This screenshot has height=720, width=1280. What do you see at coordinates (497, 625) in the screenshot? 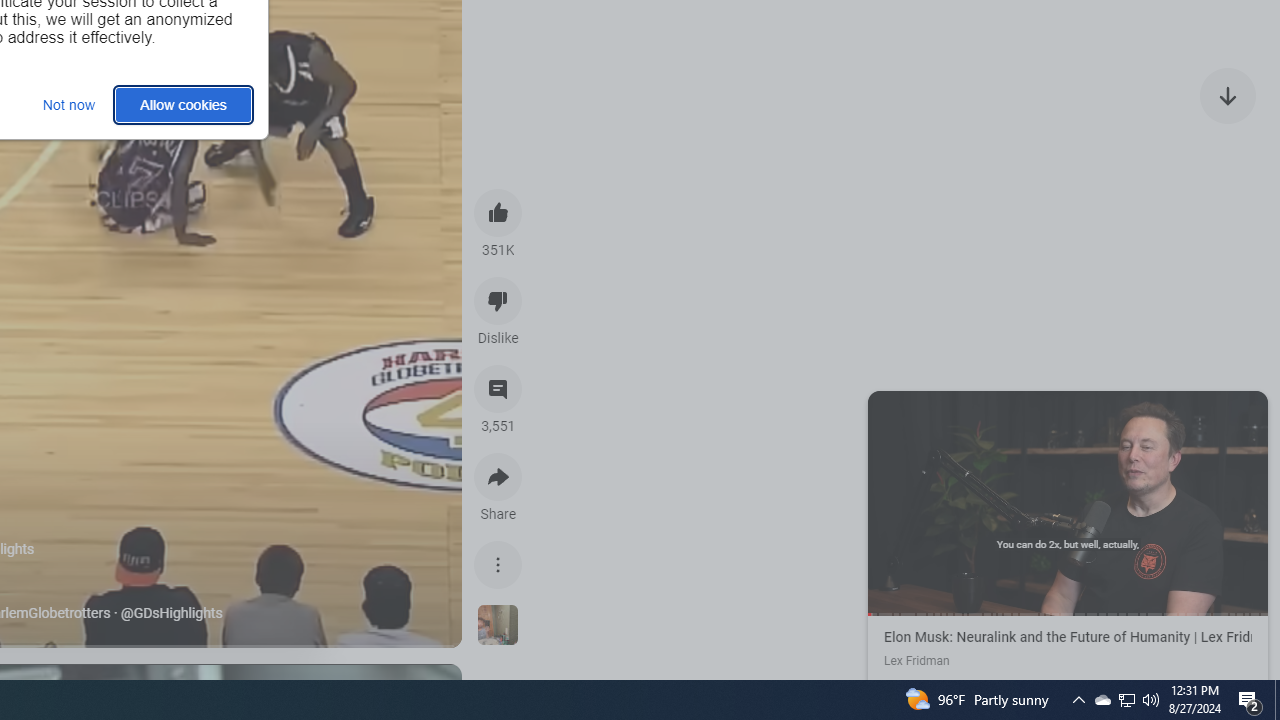
I see `'See more videos using this sound'` at bounding box center [497, 625].